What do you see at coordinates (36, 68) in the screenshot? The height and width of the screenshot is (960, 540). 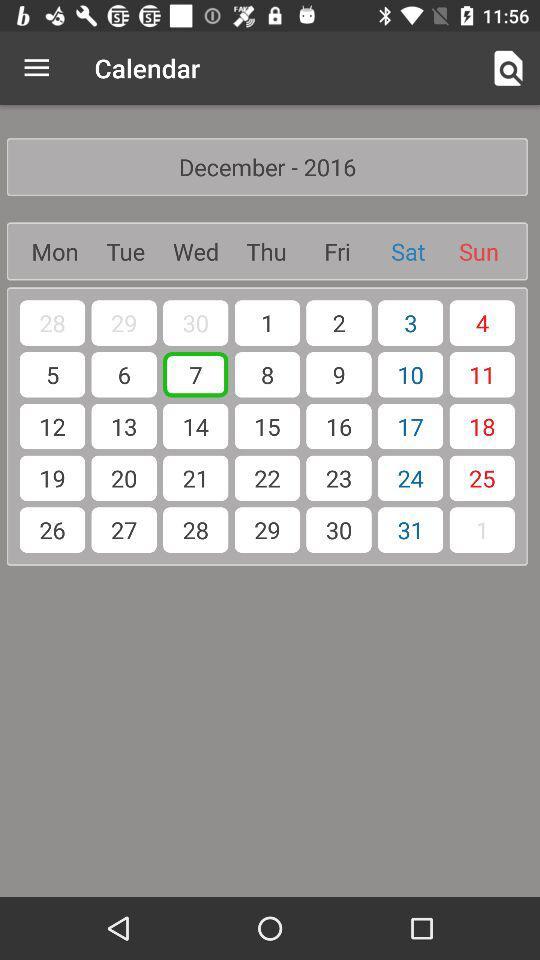 I see `icon above the december - 2016 icon` at bounding box center [36, 68].